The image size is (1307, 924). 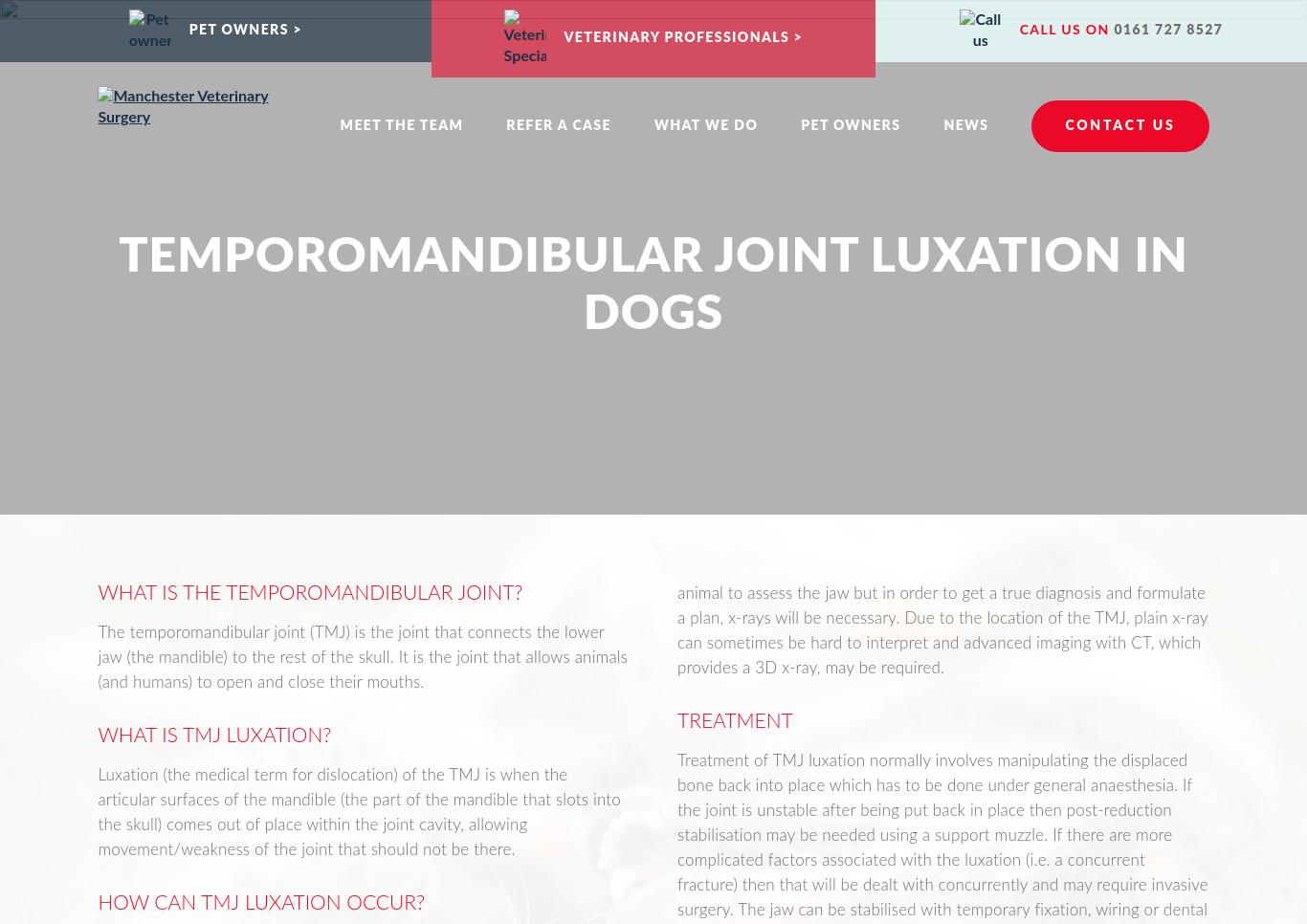 What do you see at coordinates (1119, 125) in the screenshot?
I see `'Contact us'` at bounding box center [1119, 125].